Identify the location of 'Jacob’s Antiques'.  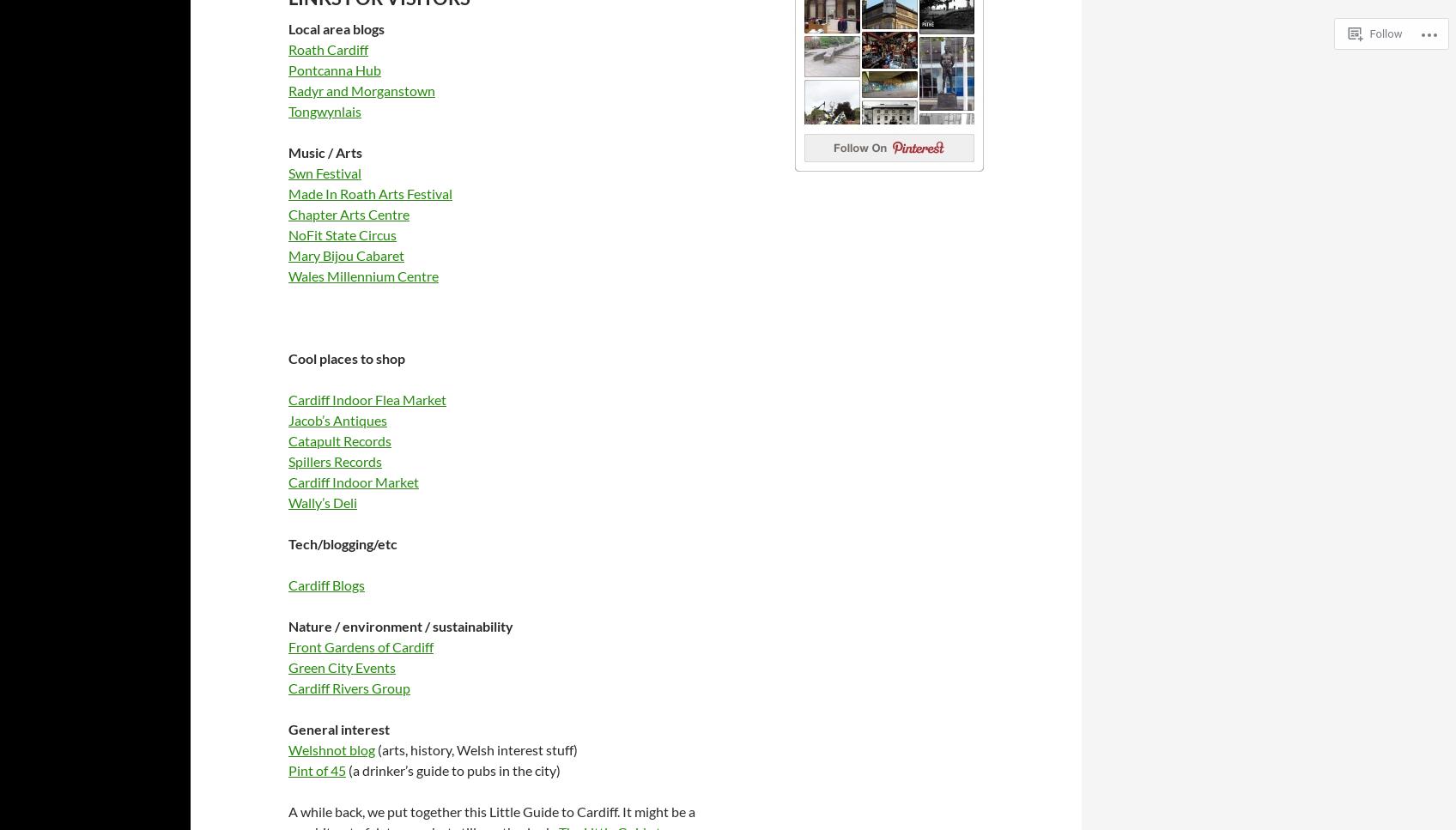
(337, 418).